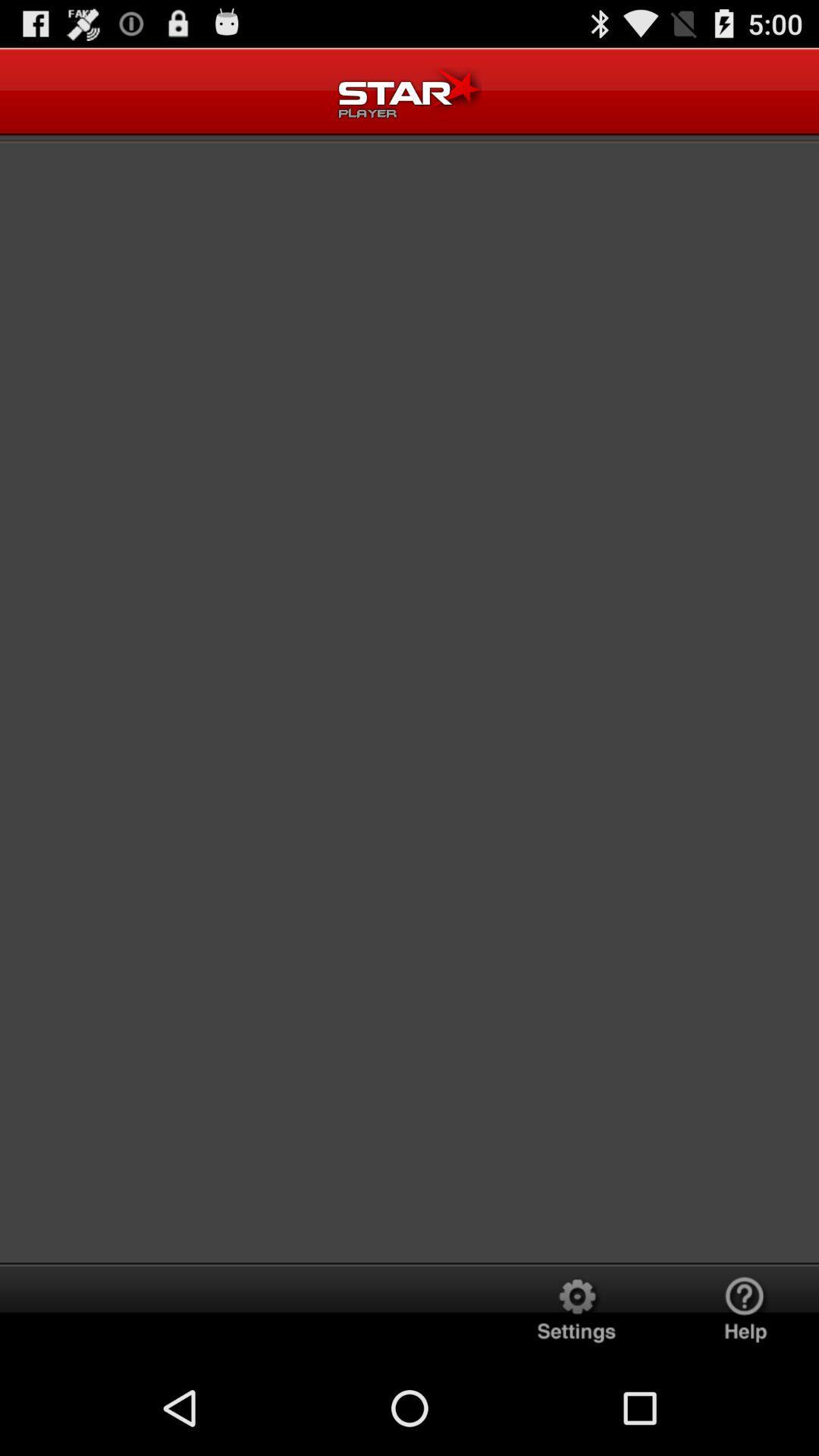 The width and height of the screenshot is (819, 1456). What do you see at coordinates (744, 1402) in the screenshot?
I see `the help icon` at bounding box center [744, 1402].